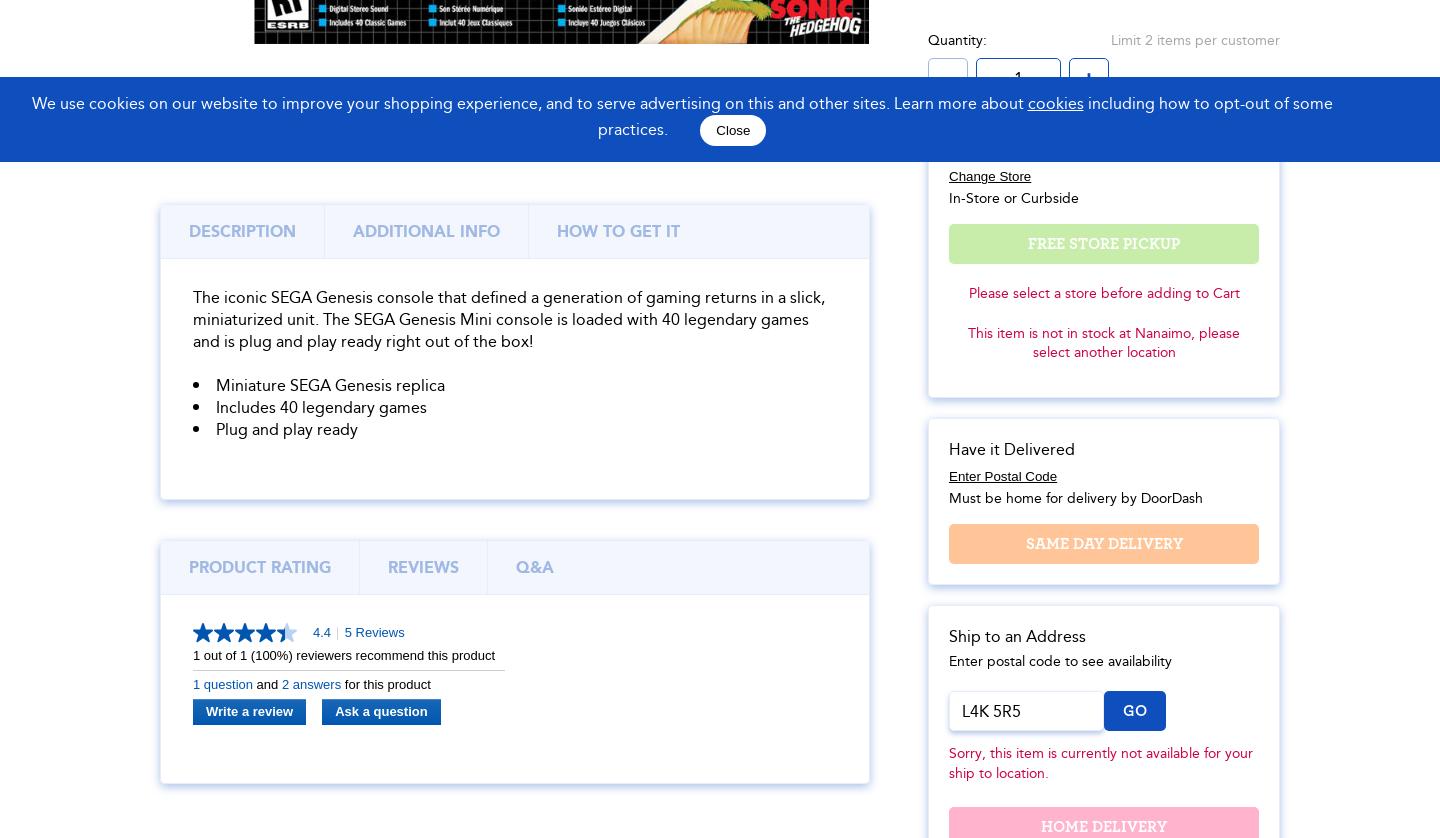  I want to click on 'This item is not in stock at Nanaimo, please select another location', so click(1103, 340).